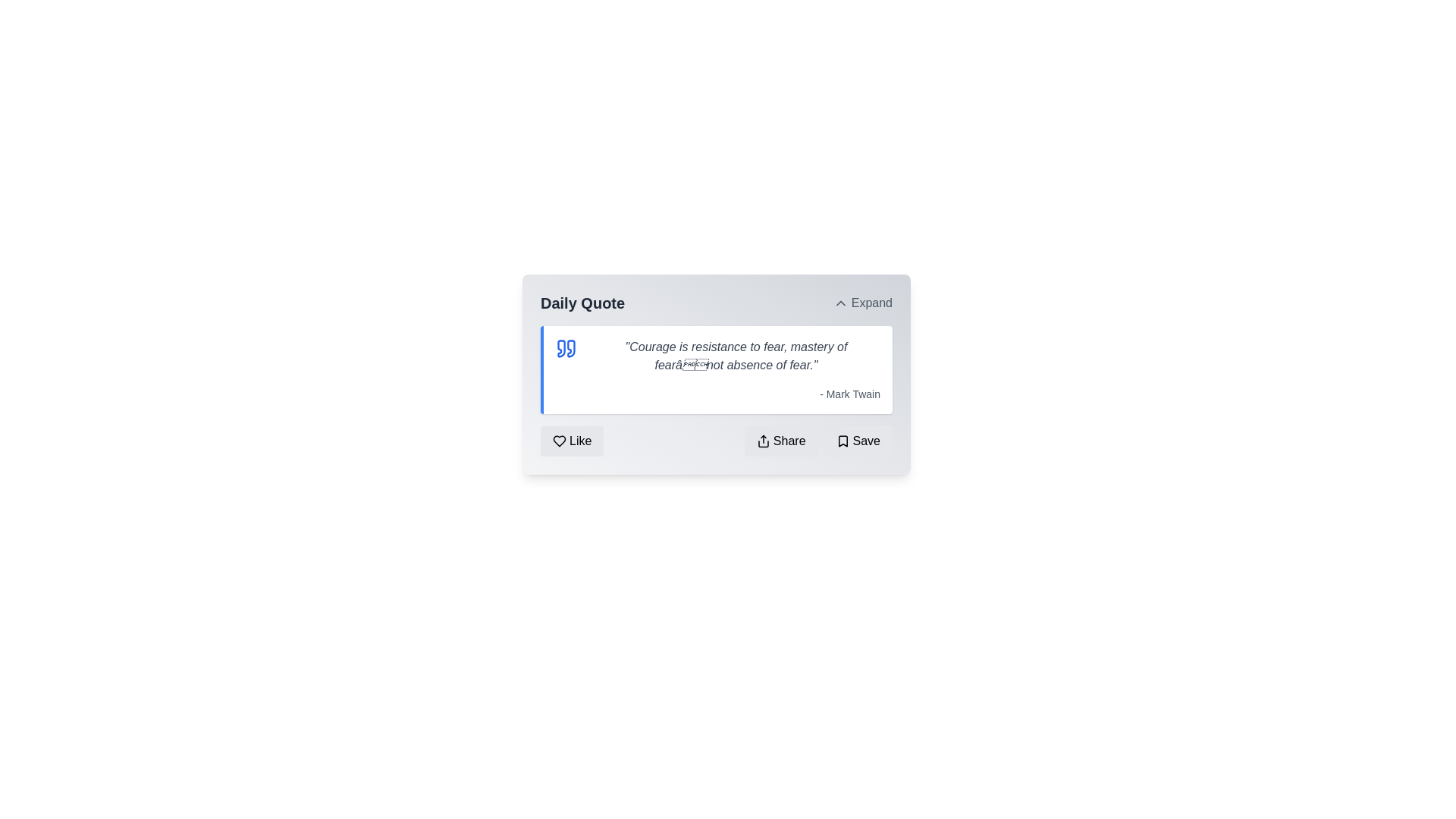  I want to click on the grayish bookmark icon located to the left of the 'Save' text within the rectangular button at the bottom-right corner of the quote card, so click(842, 441).